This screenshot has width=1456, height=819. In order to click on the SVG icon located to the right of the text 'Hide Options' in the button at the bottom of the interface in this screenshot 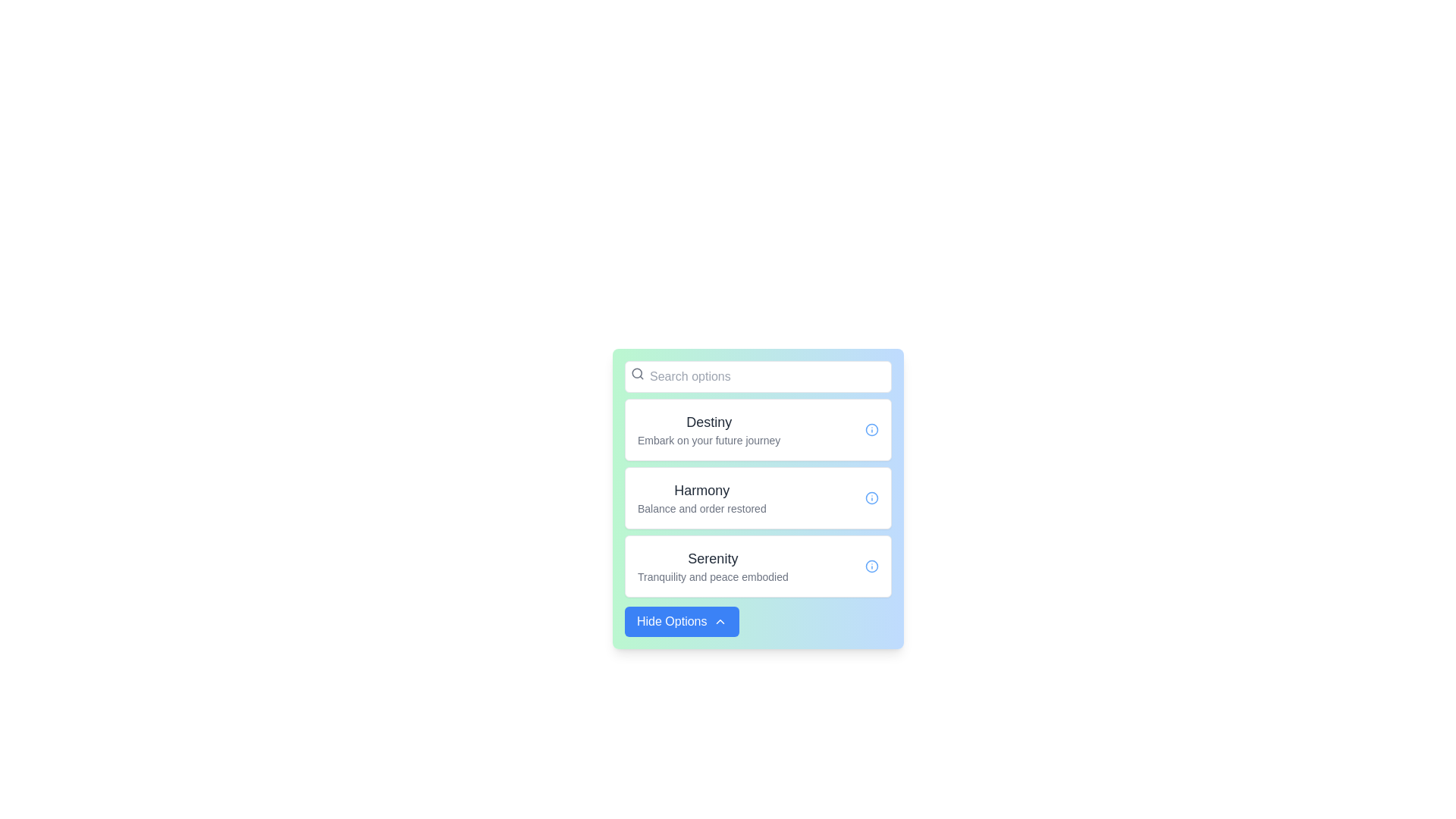, I will do `click(719, 622)`.